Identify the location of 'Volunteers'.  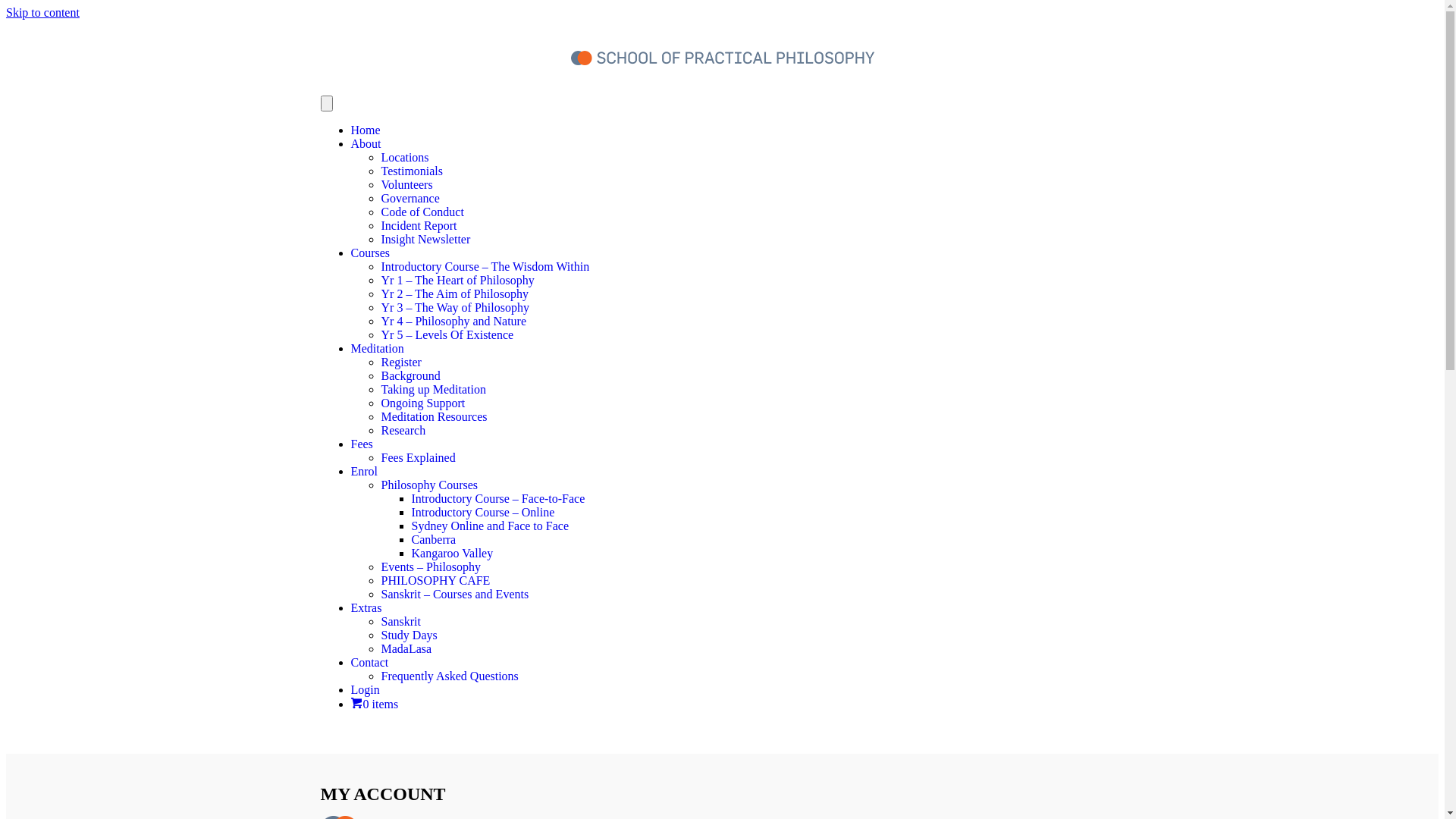
(406, 184).